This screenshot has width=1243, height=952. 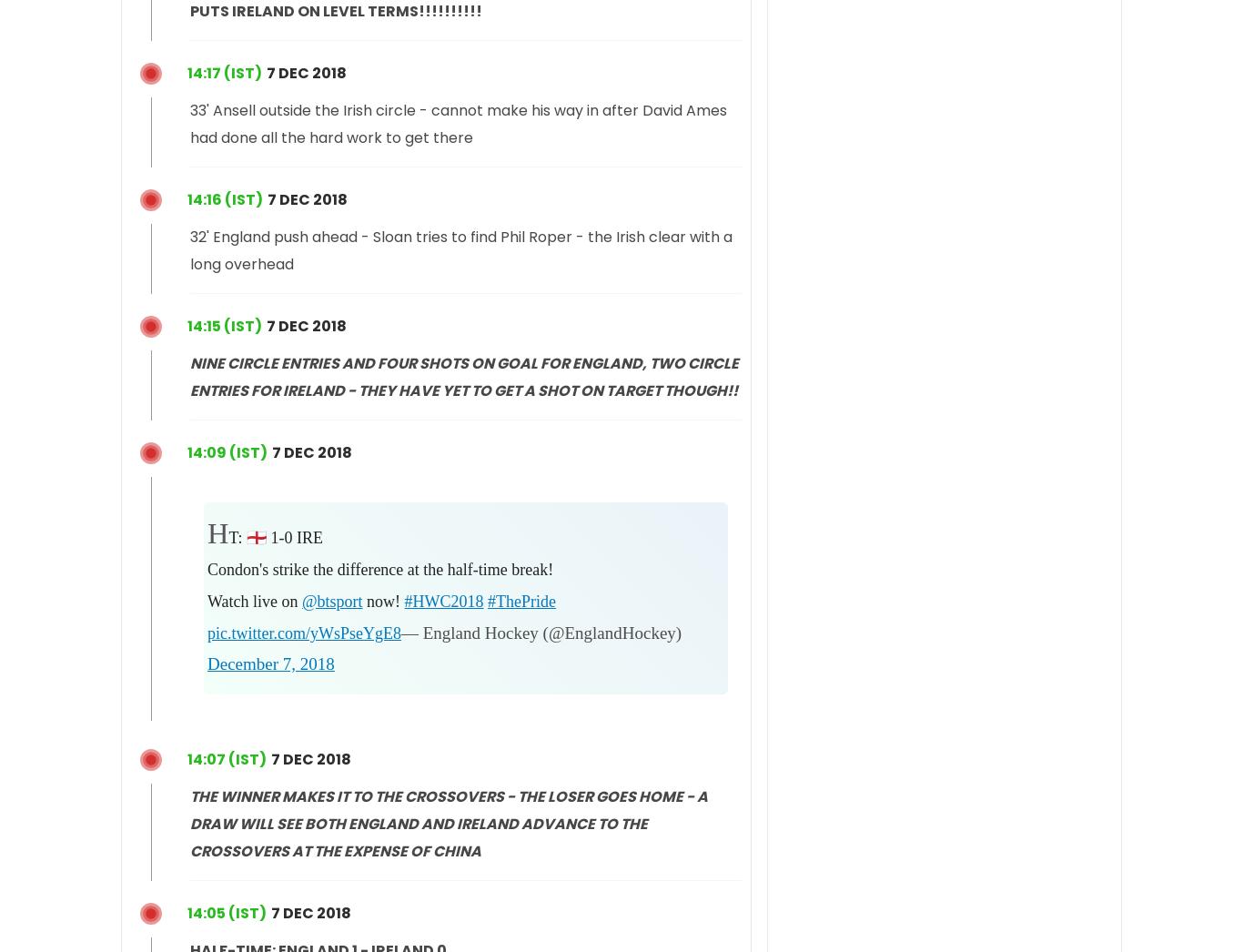 I want to click on 'Watch live on', so click(x=255, y=600).